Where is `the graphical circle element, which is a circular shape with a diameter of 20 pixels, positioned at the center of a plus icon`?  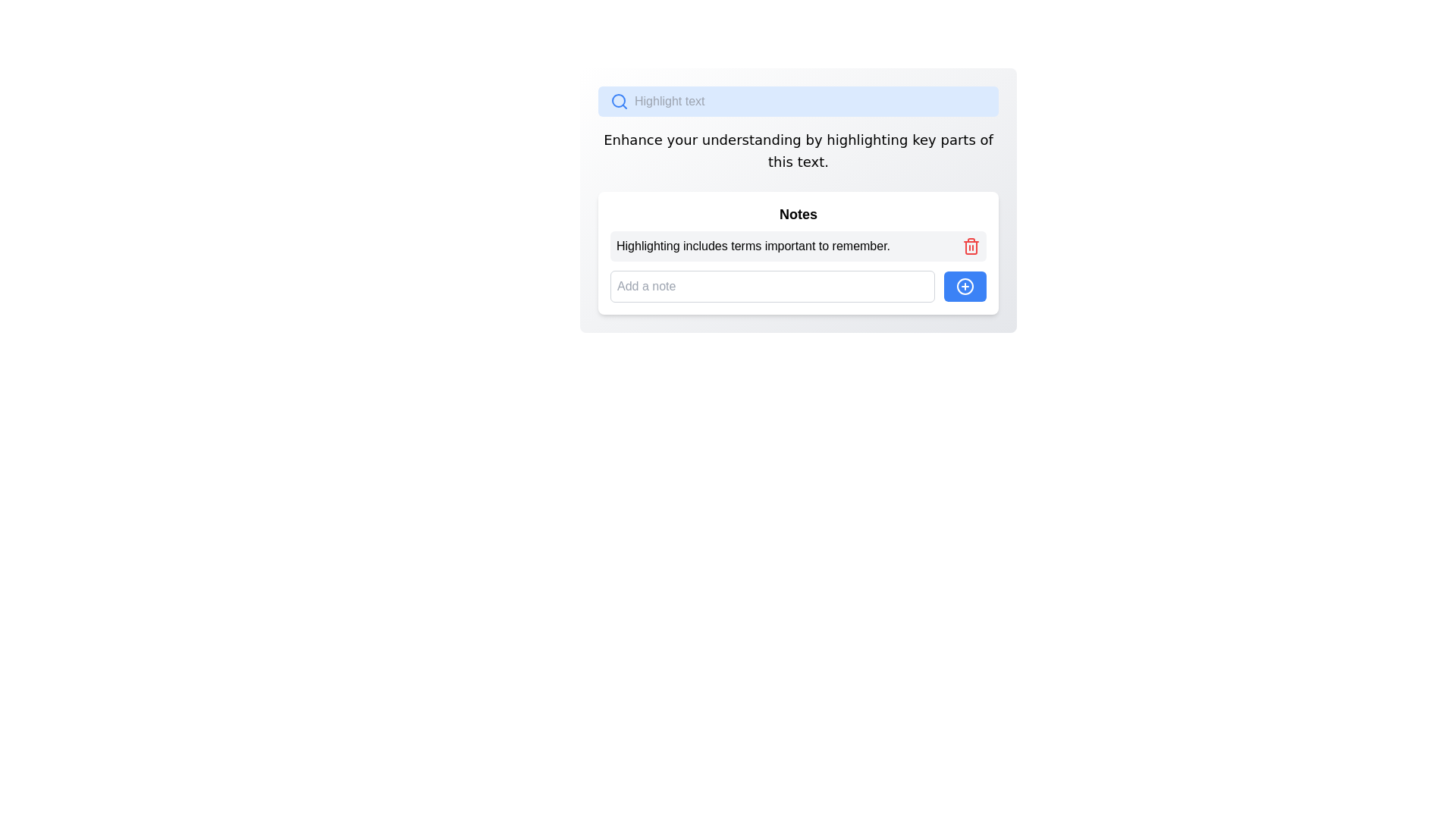
the graphical circle element, which is a circular shape with a diameter of 20 pixels, positioned at the center of a plus icon is located at coordinates (964, 286).